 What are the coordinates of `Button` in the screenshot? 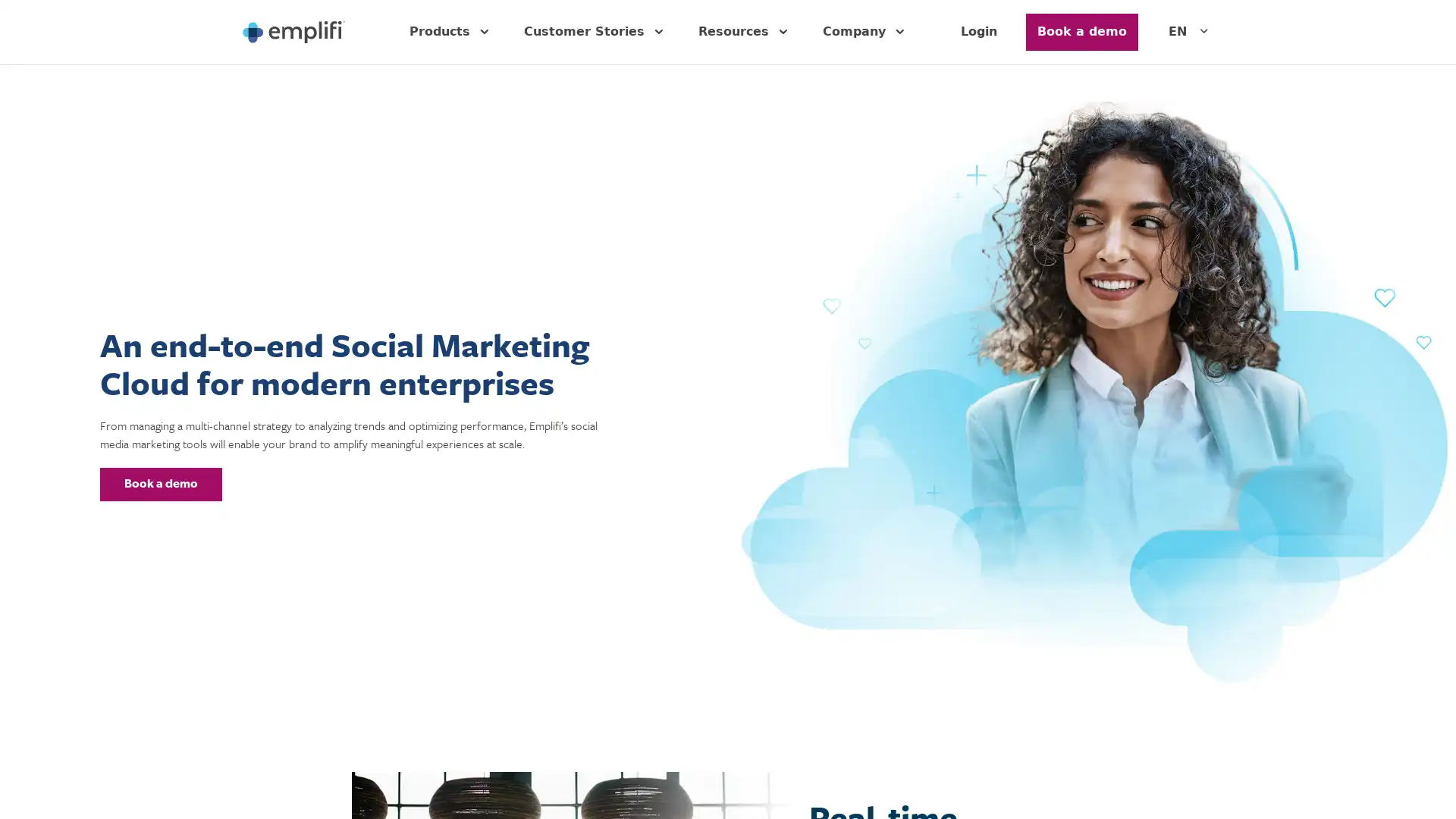 It's located at (1081, 32).